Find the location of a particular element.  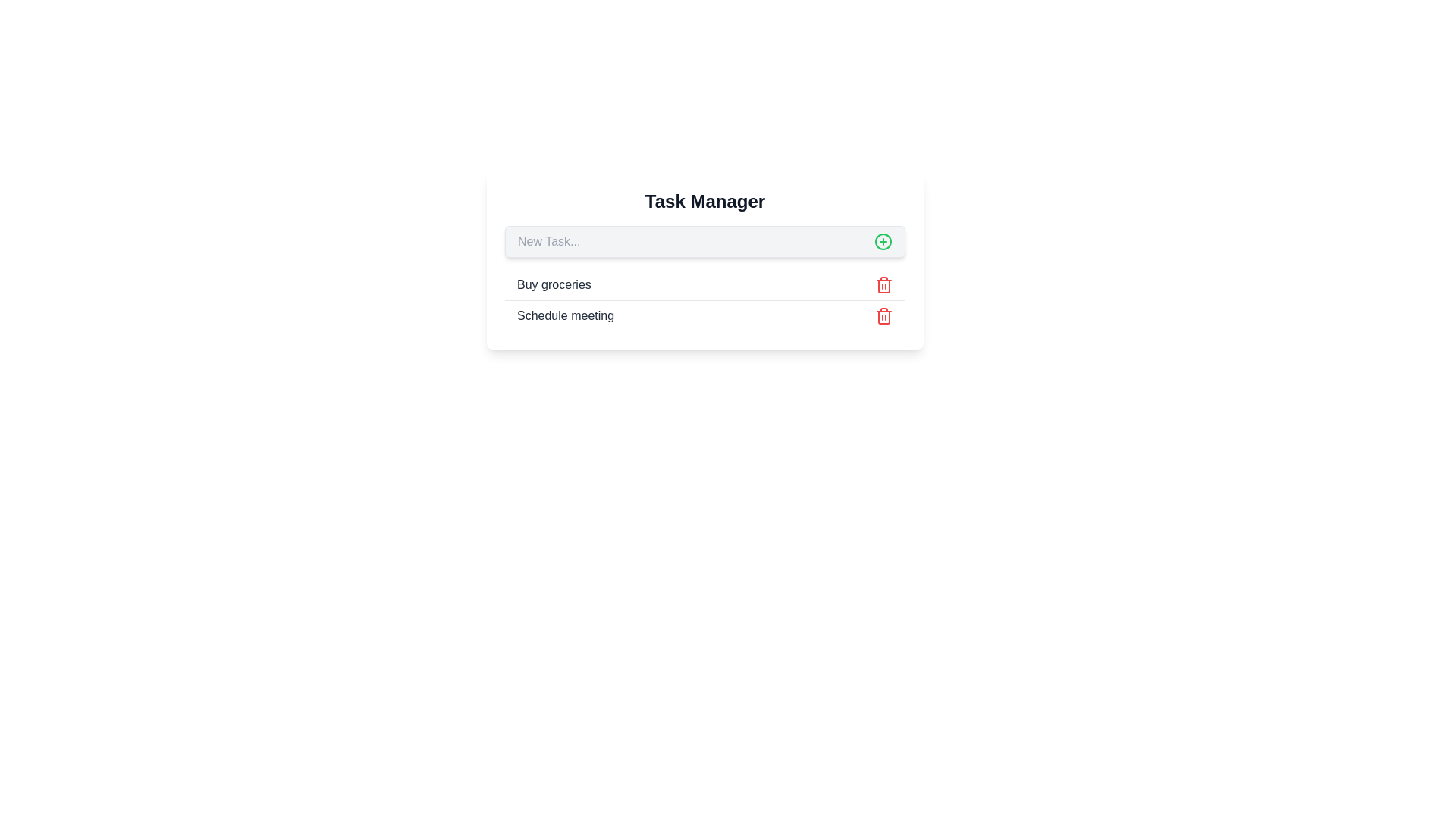

the trash can icon button for deleting the 'Schedule meeting' task to see context-specific options is located at coordinates (884, 315).